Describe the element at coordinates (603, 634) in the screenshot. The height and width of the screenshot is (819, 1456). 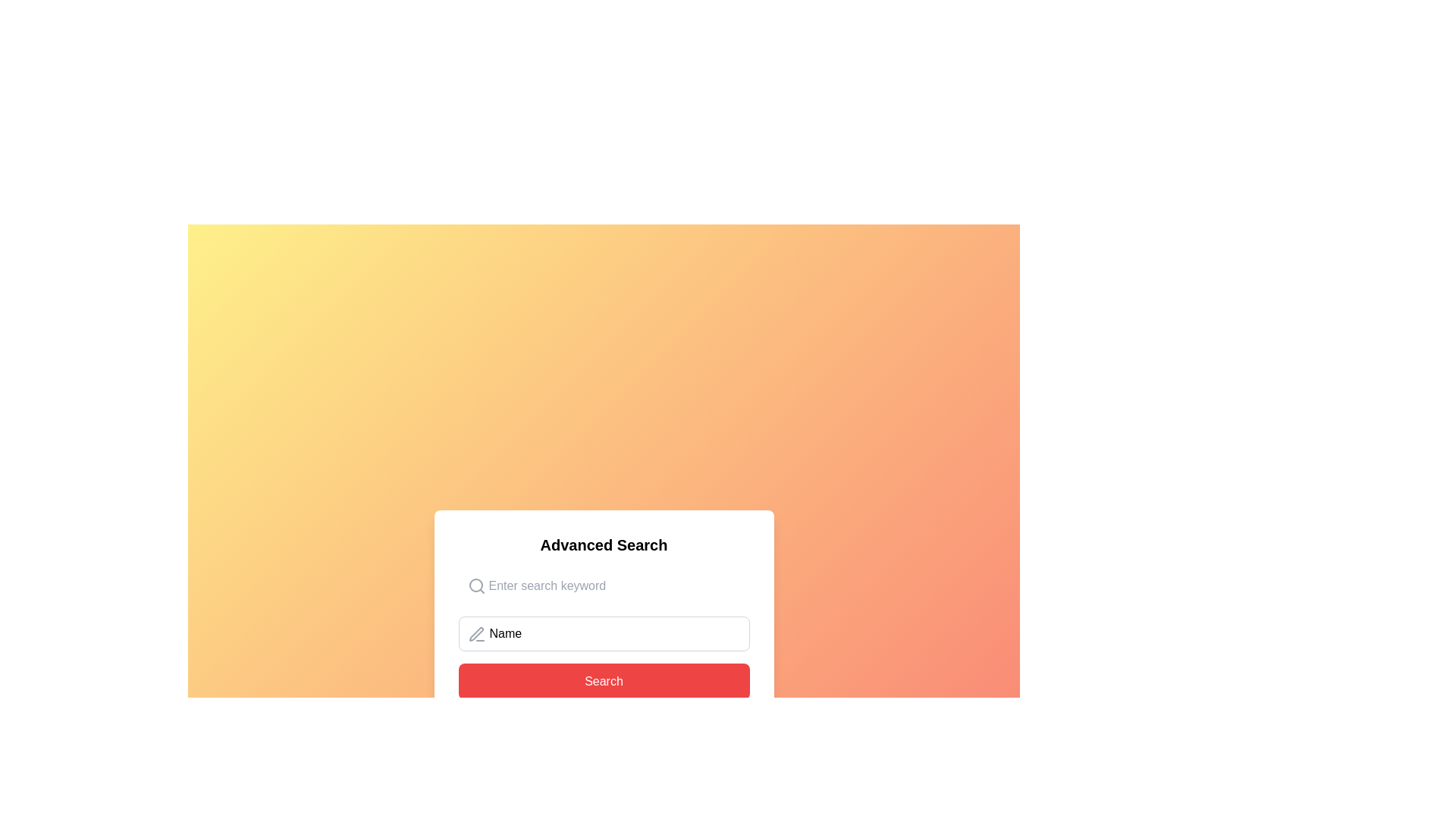
I see `the input field labeled 'Name' in the 'Advanced Search' panel using tab navigation` at that location.